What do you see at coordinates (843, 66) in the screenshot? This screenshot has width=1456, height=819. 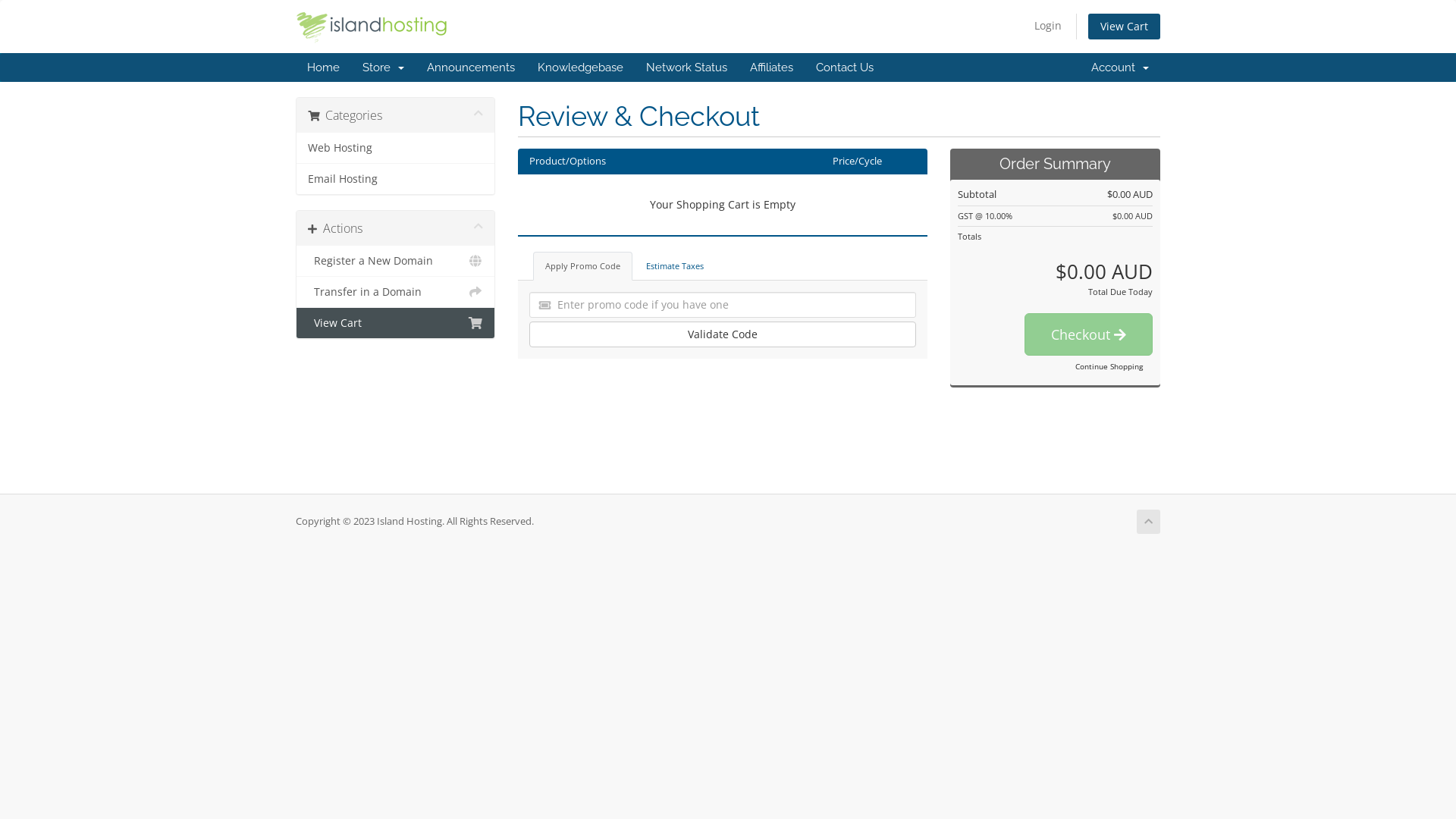 I see `'Contact Us'` at bounding box center [843, 66].